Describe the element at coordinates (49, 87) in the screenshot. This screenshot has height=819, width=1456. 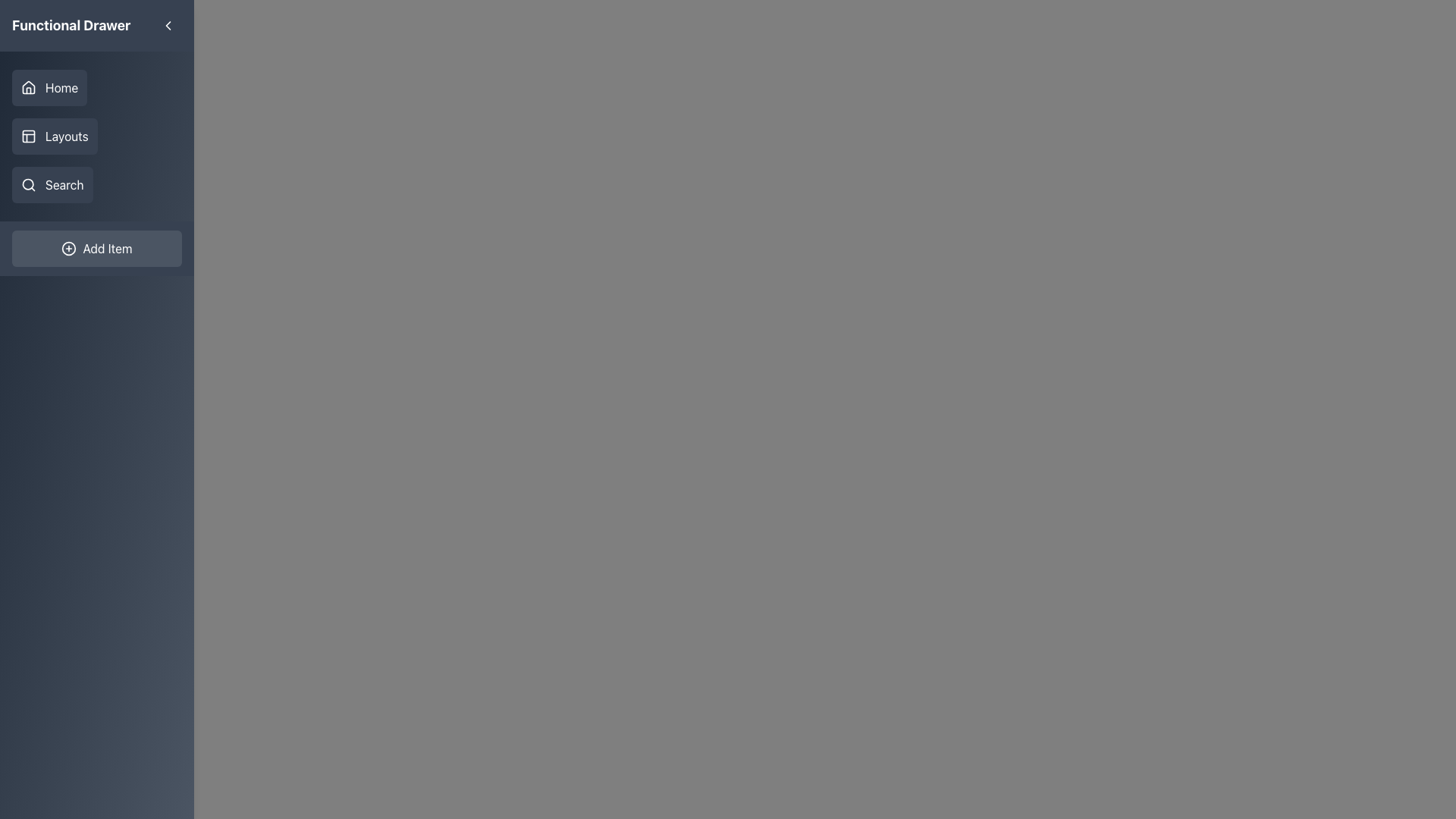
I see `the 'Home' button located in the left sidebar, which is the first item in a vertical list of navigation options, to observe the background color change` at that location.